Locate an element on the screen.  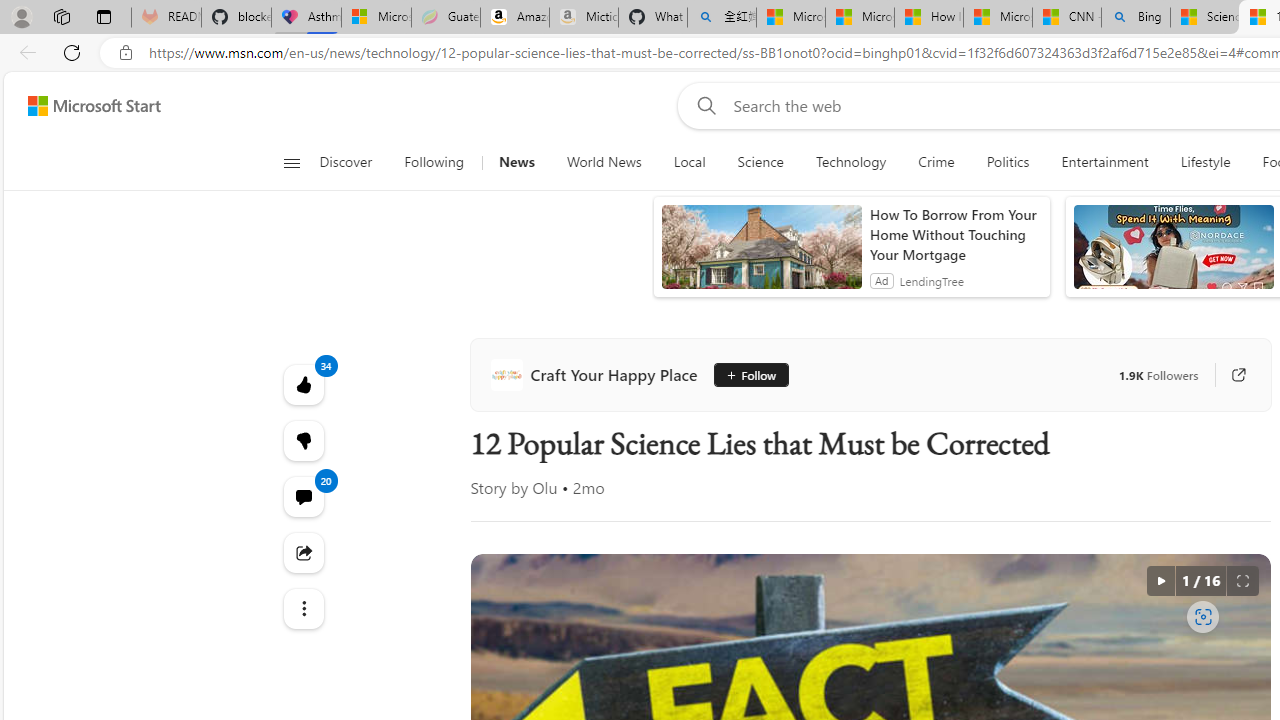
'Follow' is located at coordinates (743, 375).